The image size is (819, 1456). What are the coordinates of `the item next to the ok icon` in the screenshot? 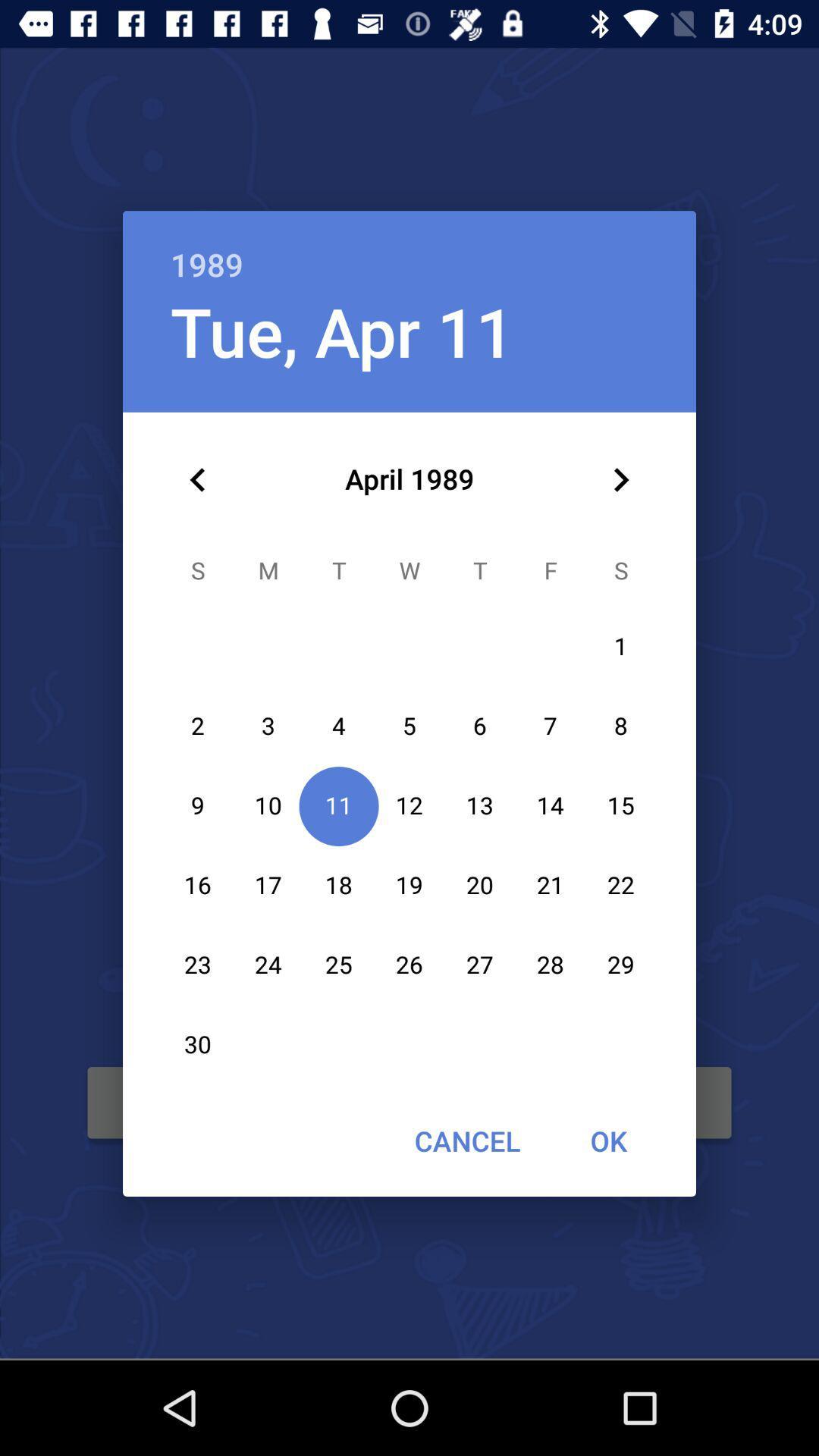 It's located at (466, 1141).